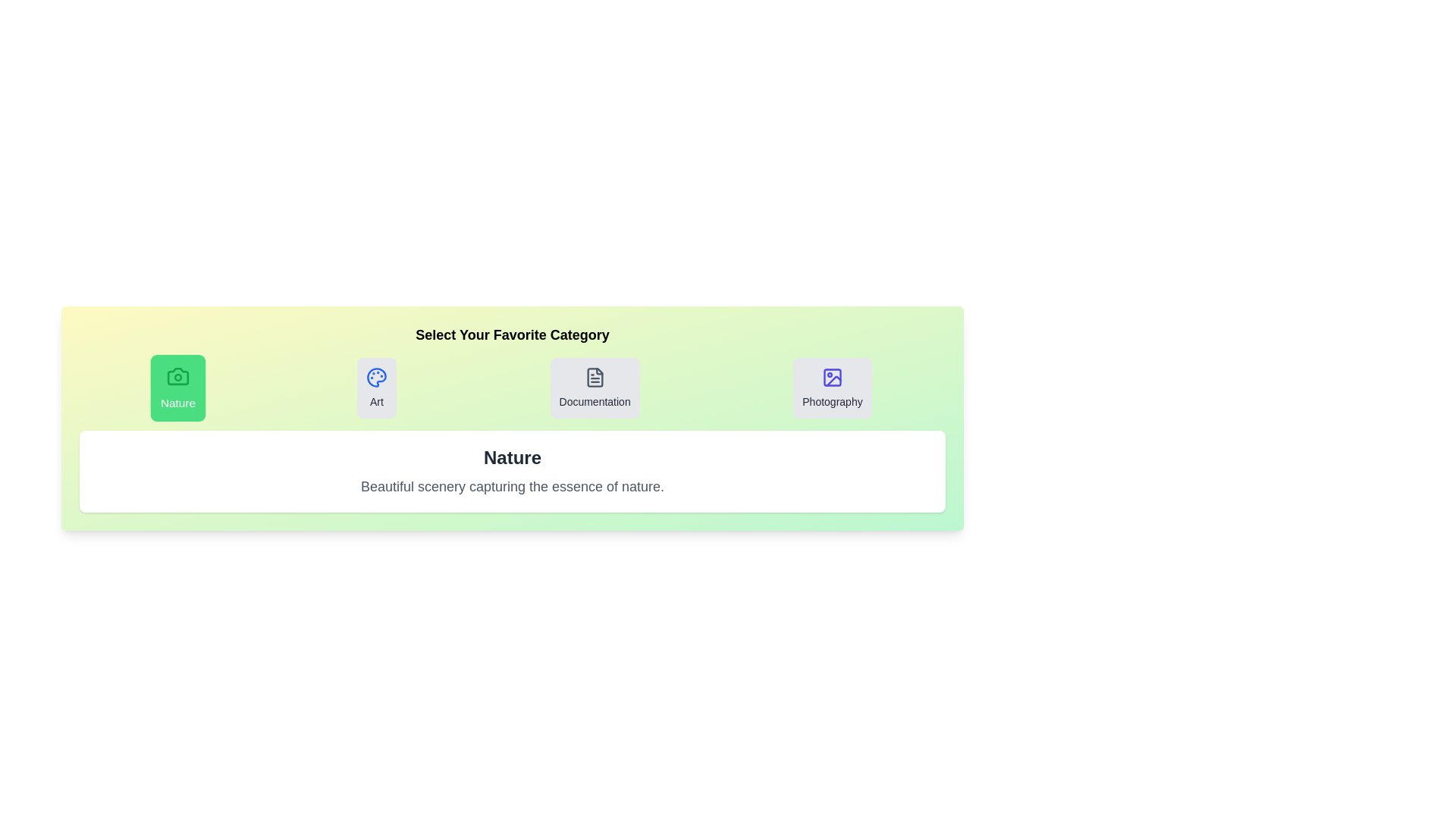  What do you see at coordinates (376, 388) in the screenshot?
I see `the 'Art' category tab` at bounding box center [376, 388].